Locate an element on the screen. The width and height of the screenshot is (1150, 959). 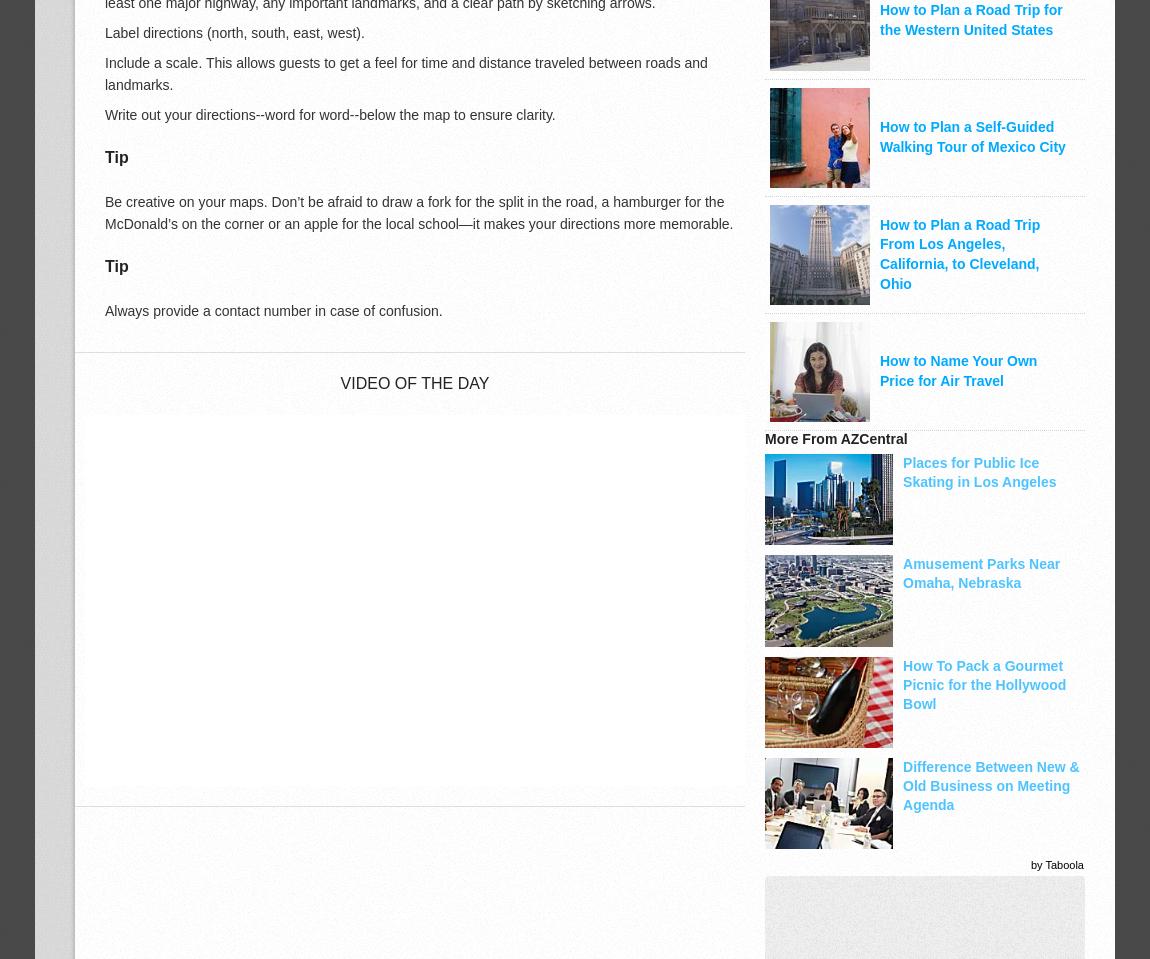
'How to Name Your Own Price for Air Travel' is located at coordinates (958, 371).